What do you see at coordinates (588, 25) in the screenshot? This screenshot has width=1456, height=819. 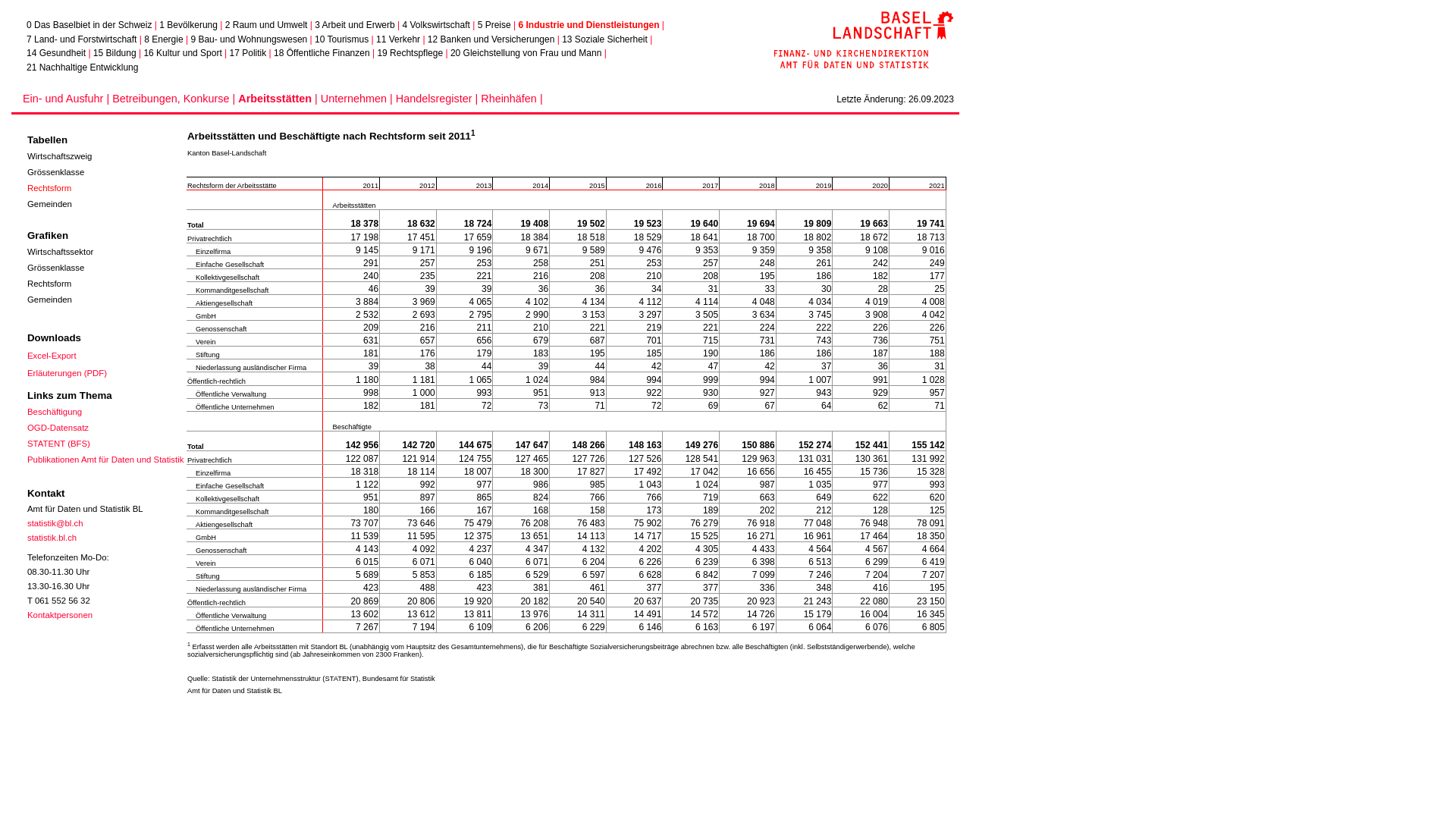 I see `'6 Industrie und Dienstleistungen'` at bounding box center [588, 25].